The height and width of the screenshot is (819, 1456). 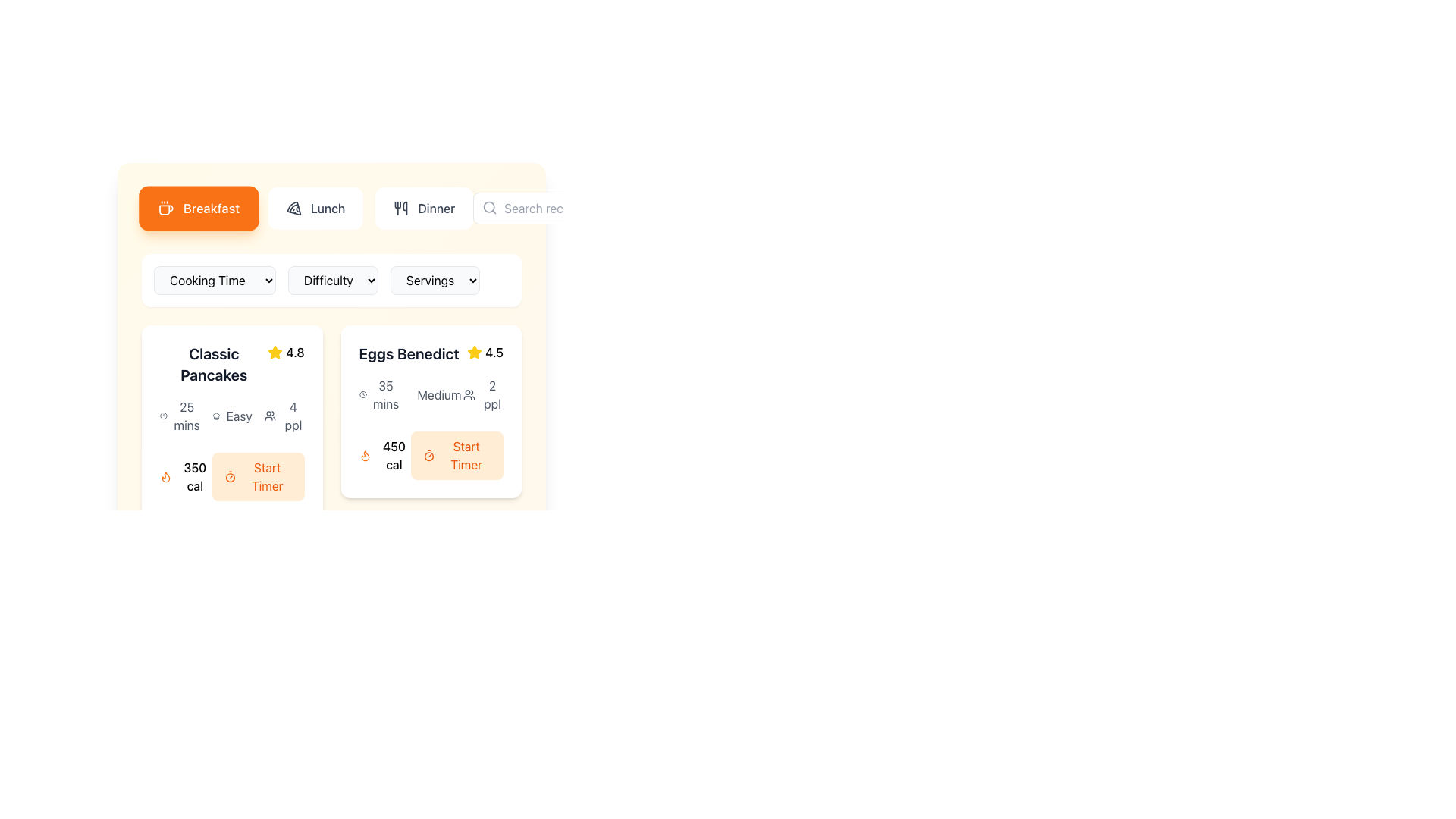 I want to click on the rating displayed as text in the rating section adjacent to the star icon for the 'Eggs Benedict' item card, so click(x=494, y=353).